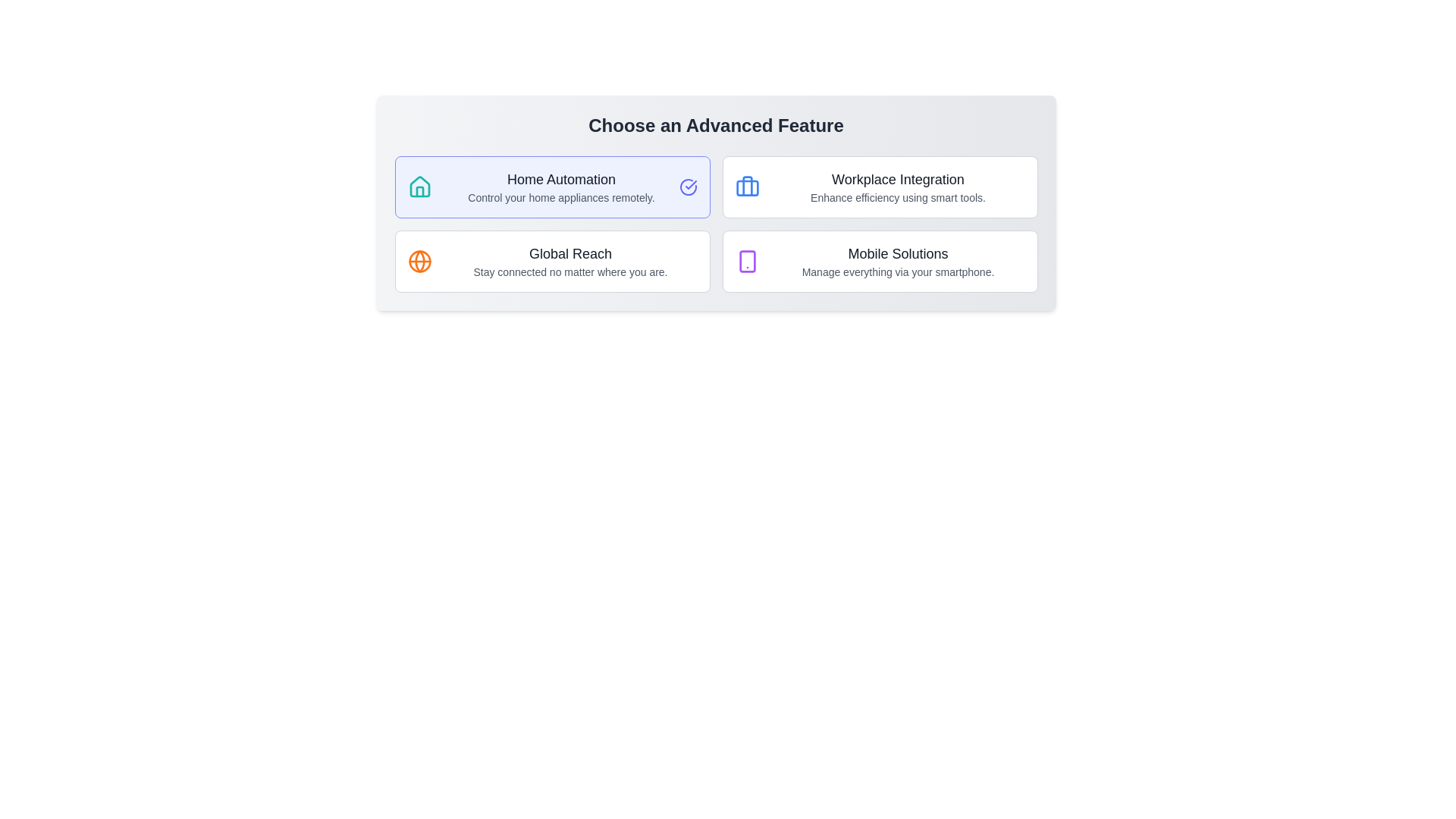 Image resolution: width=1456 pixels, height=819 pixels. What do you see at coordinates (570, 271) in the screenshot?
I see `the descriptive text element supporting the 'Global Reach' feature, which is positioned directly below the heading 'Global Reach'` at bounding box center [570, 271].